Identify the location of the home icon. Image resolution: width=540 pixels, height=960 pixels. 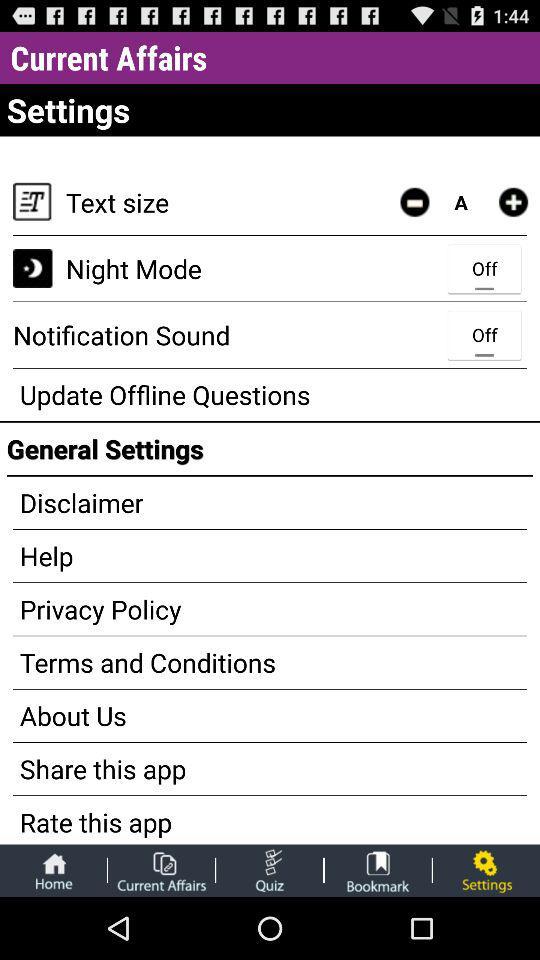
(53, 931).